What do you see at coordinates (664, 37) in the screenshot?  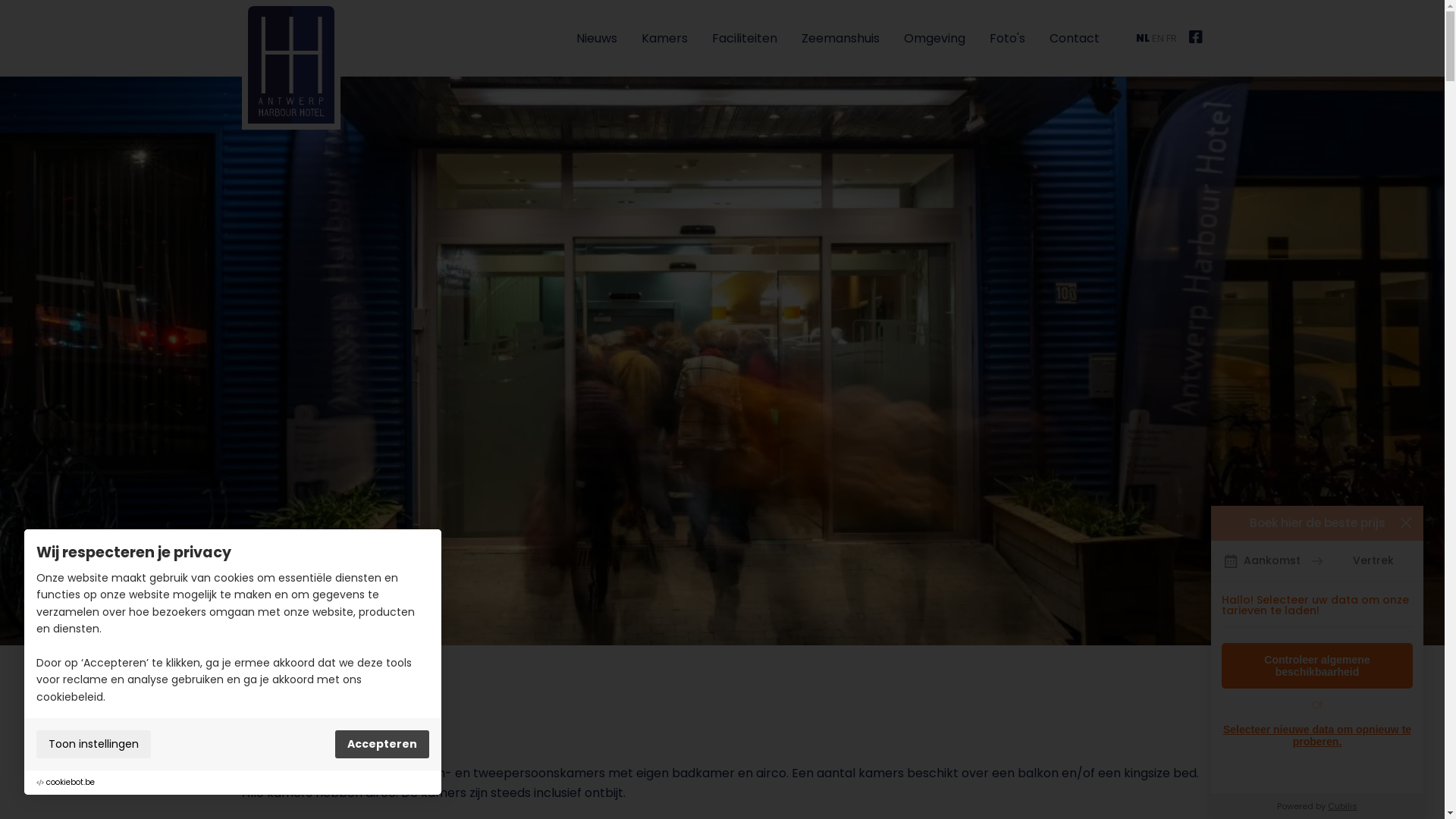 I see `'Kamers'` at bounding box center [664, 37].